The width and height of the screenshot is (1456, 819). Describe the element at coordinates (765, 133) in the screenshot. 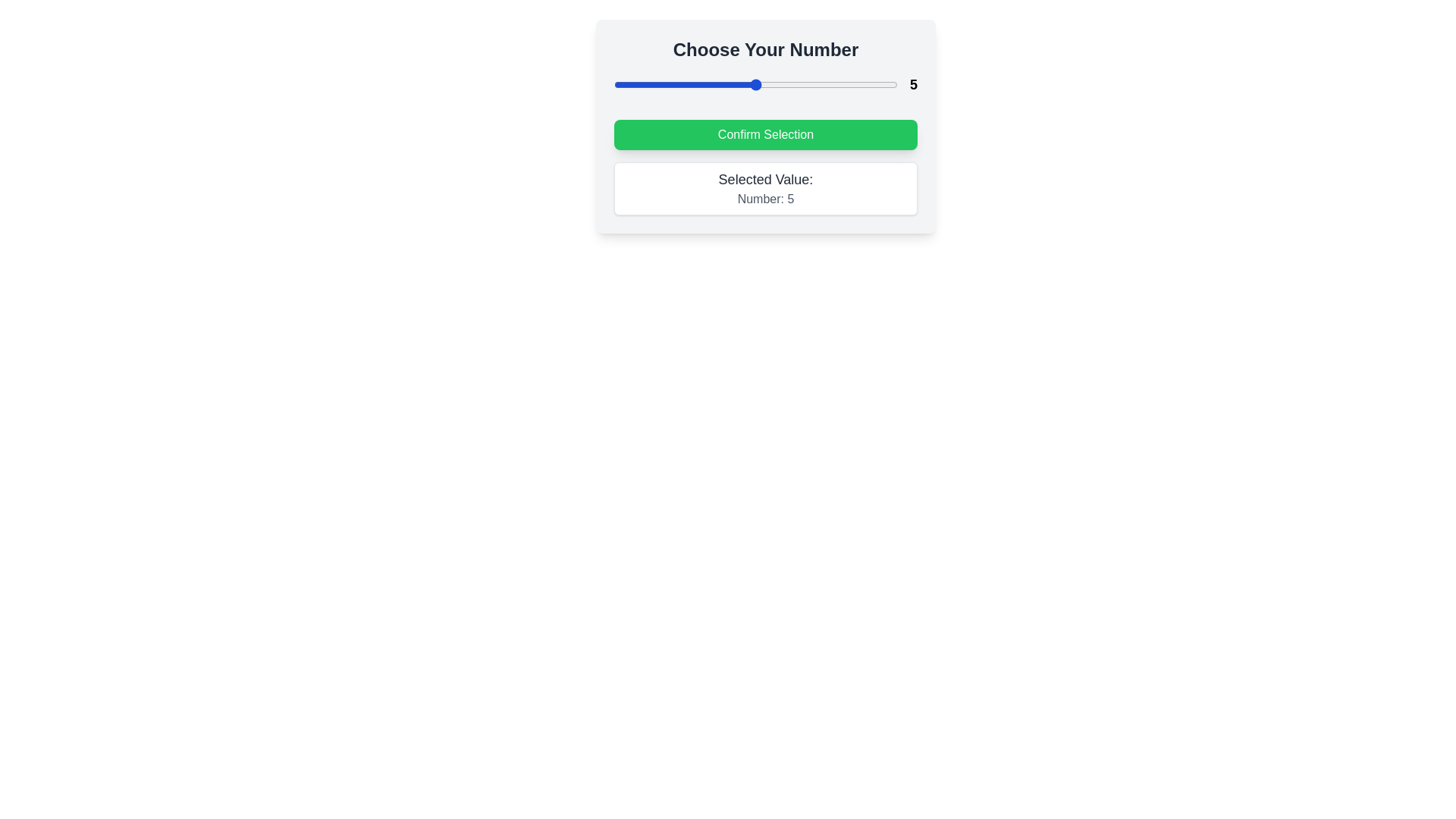

I see `the green 'Confirm Selection' button with rounded corners to trigger the hover effect` at that location.